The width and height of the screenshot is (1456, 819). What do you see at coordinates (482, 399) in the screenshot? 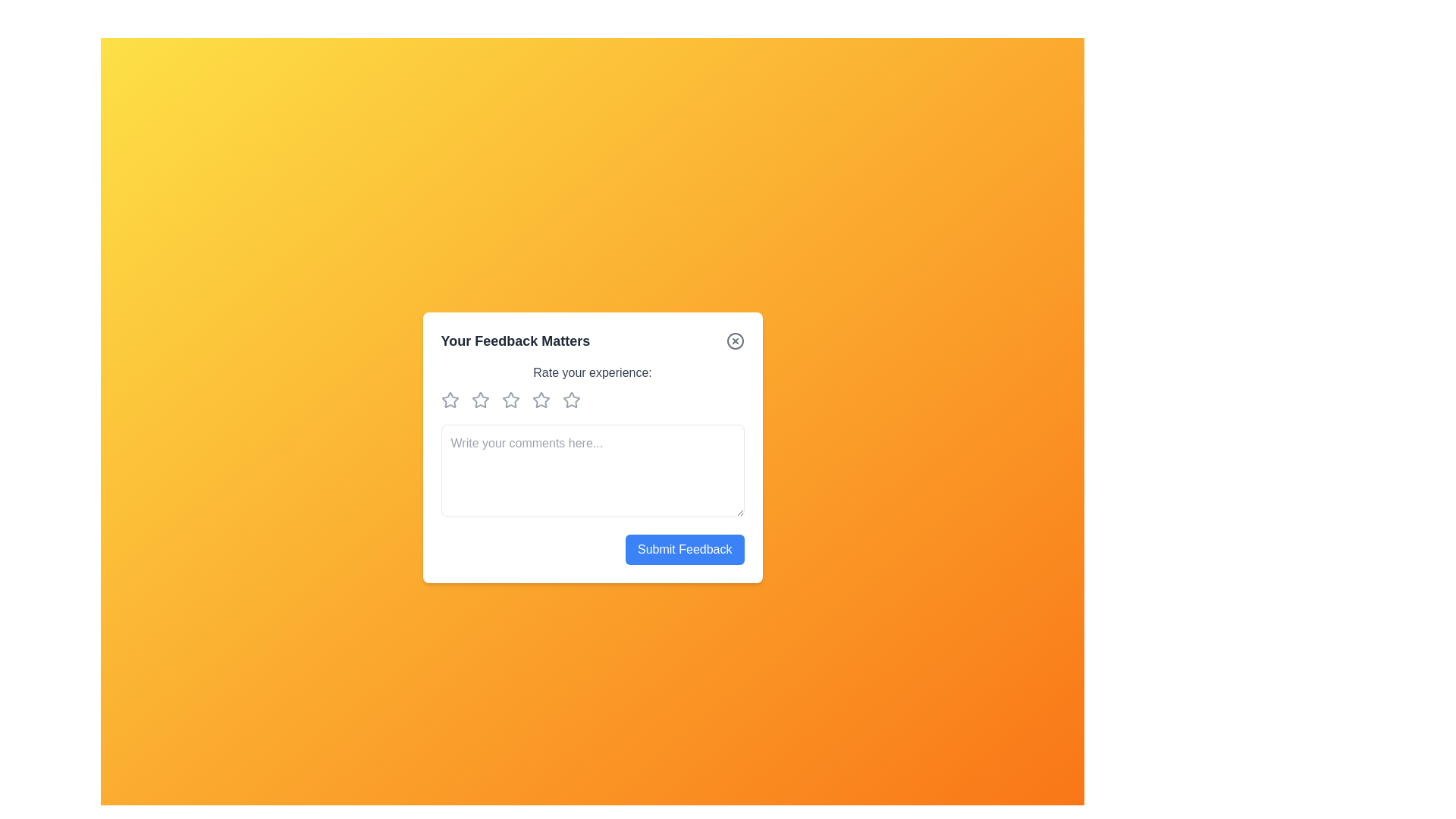
I see `the rating to 2 stars by clicking on the corresponding star` at bounding box center [482, 399].